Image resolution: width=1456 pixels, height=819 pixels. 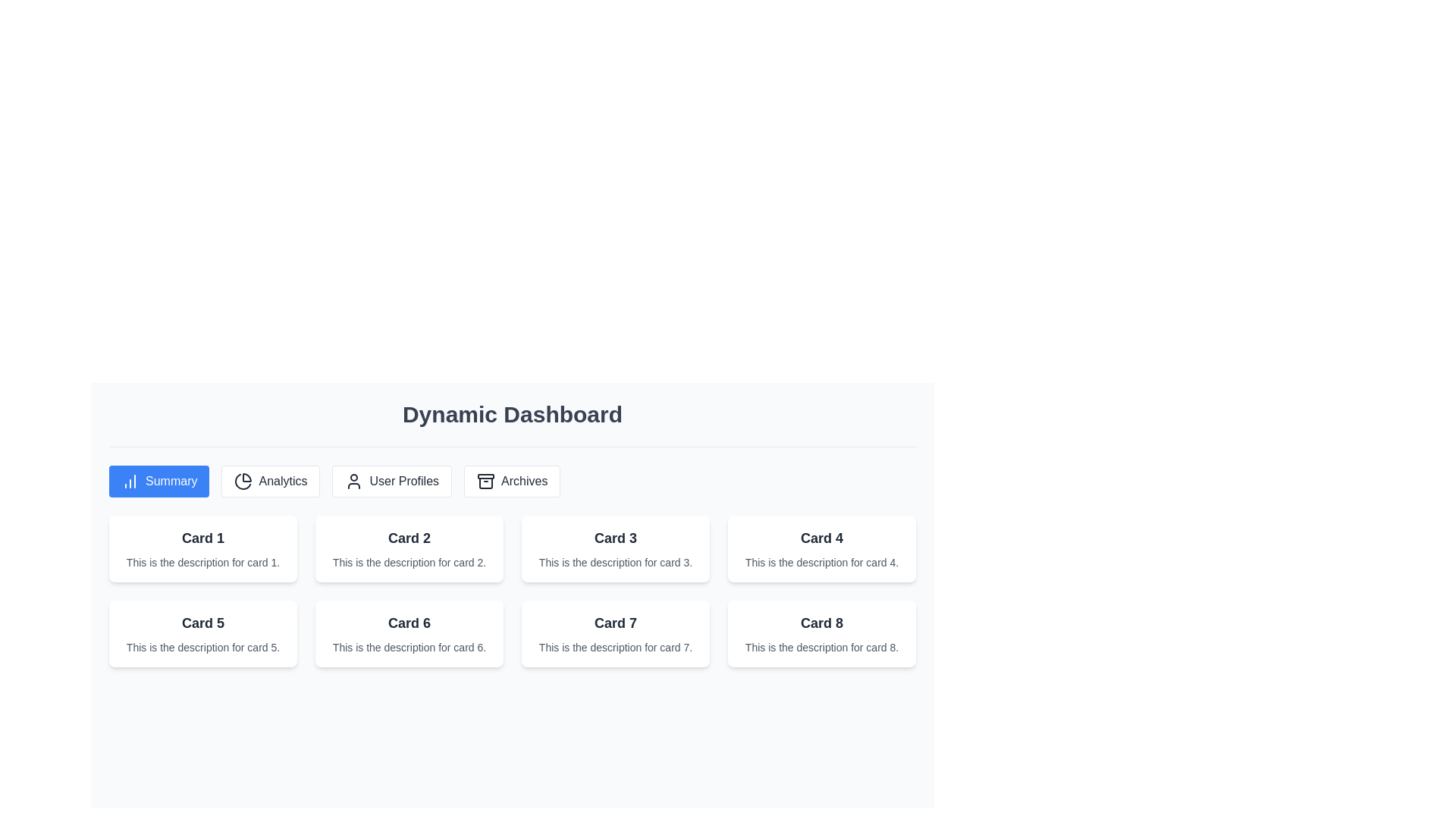 I want to click on text content of the fourth card in the grid layout, which displays a title and a description, so click(x=821, y=549).